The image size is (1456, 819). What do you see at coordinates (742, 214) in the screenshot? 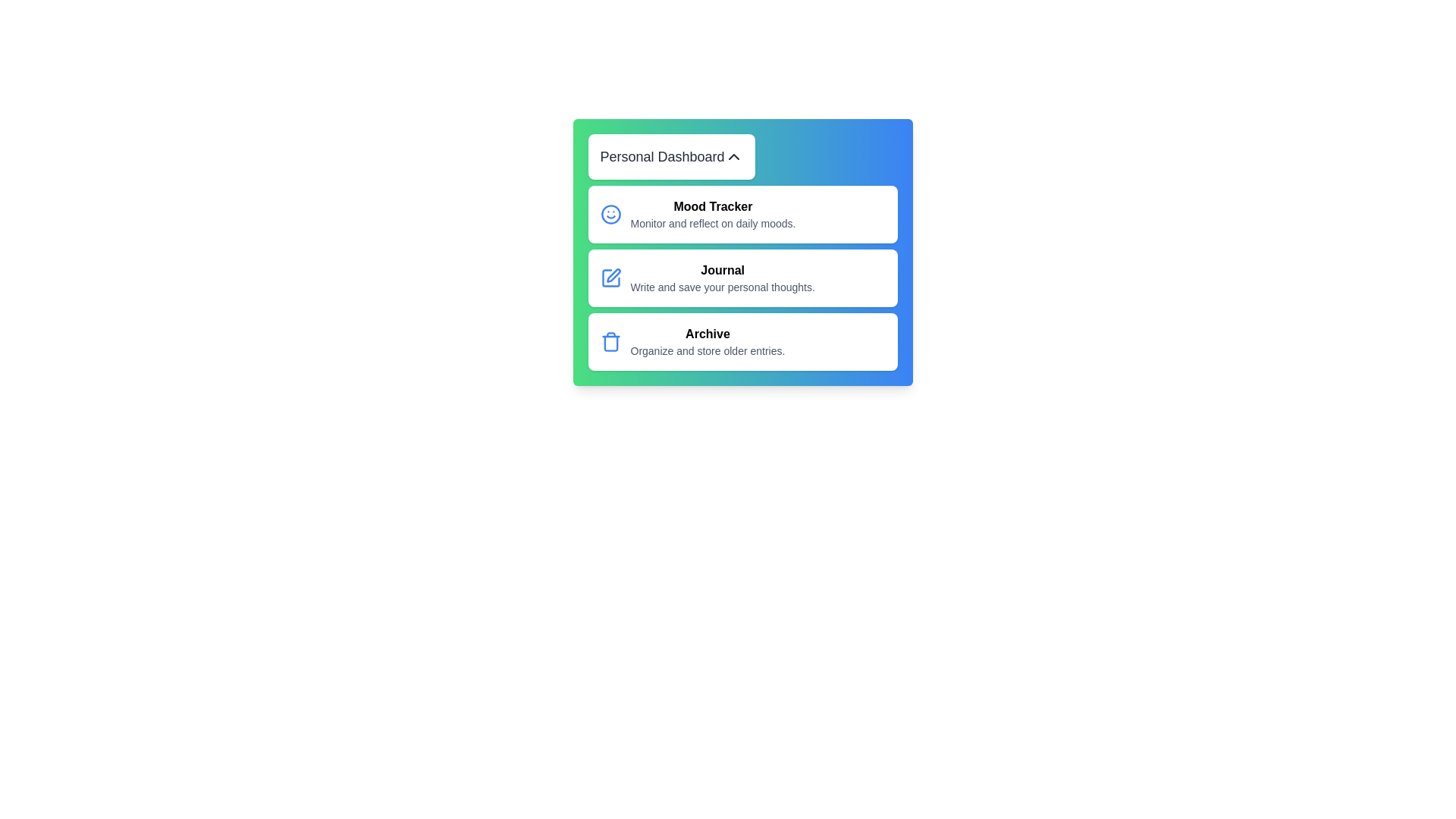
I see `the menu item Mood Tracker from the list` at bounding box center [742, 214].